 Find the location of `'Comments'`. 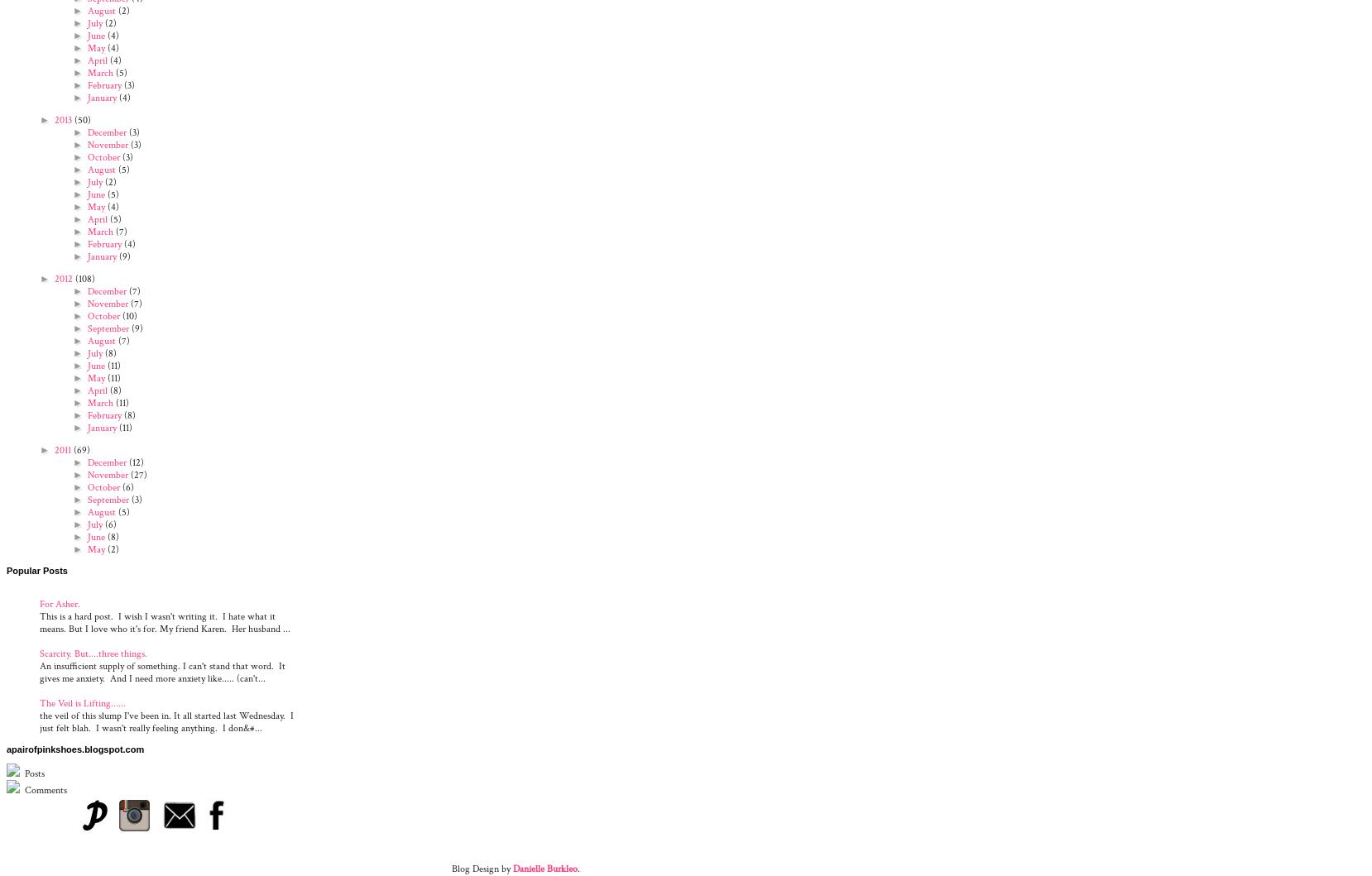

'Comments' is located at coordinates (44, 788).